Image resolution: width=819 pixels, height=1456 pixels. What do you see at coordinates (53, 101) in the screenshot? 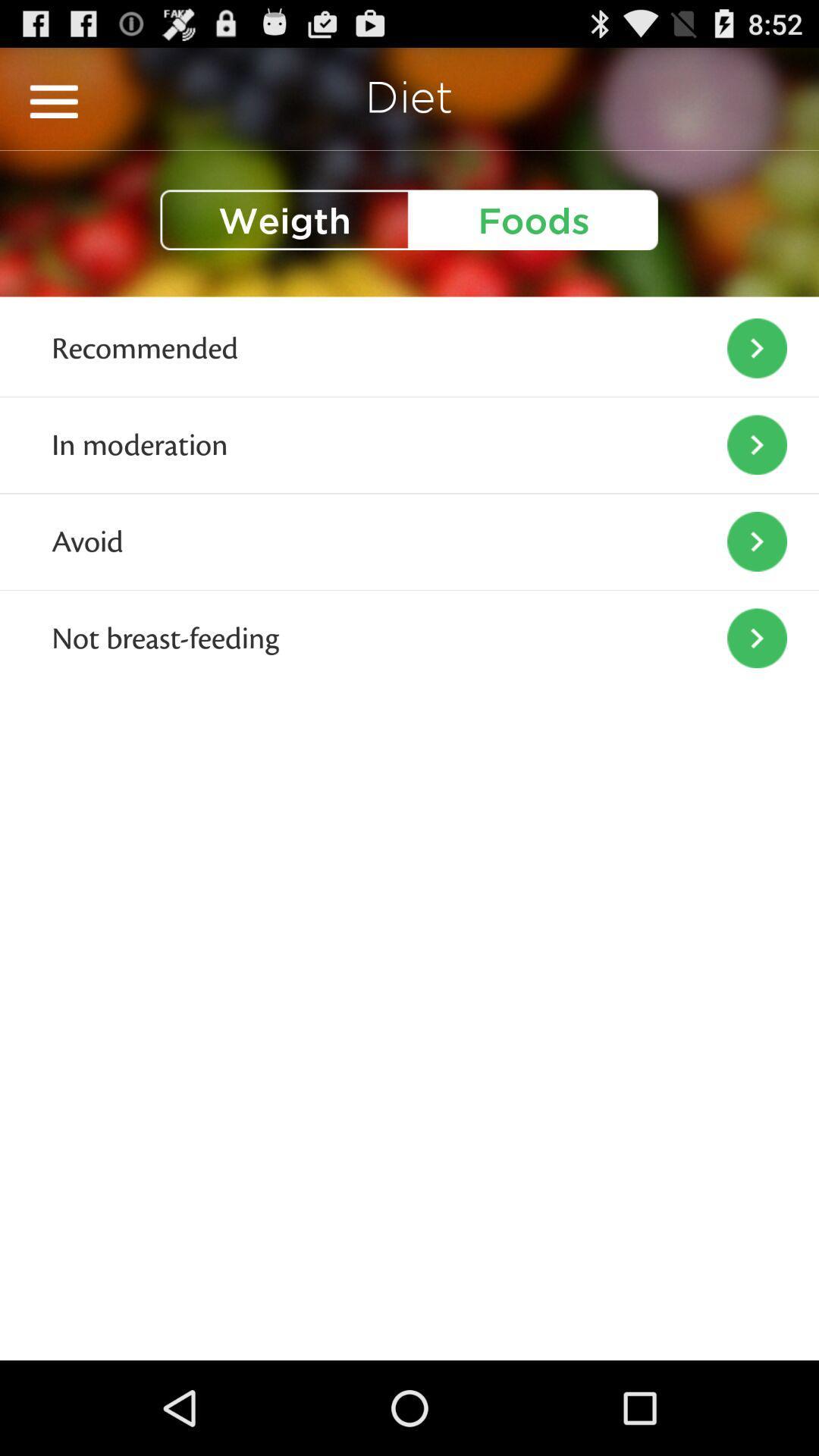
I see `the menu button at top left corner of the page` at bounding box center [53, 101].